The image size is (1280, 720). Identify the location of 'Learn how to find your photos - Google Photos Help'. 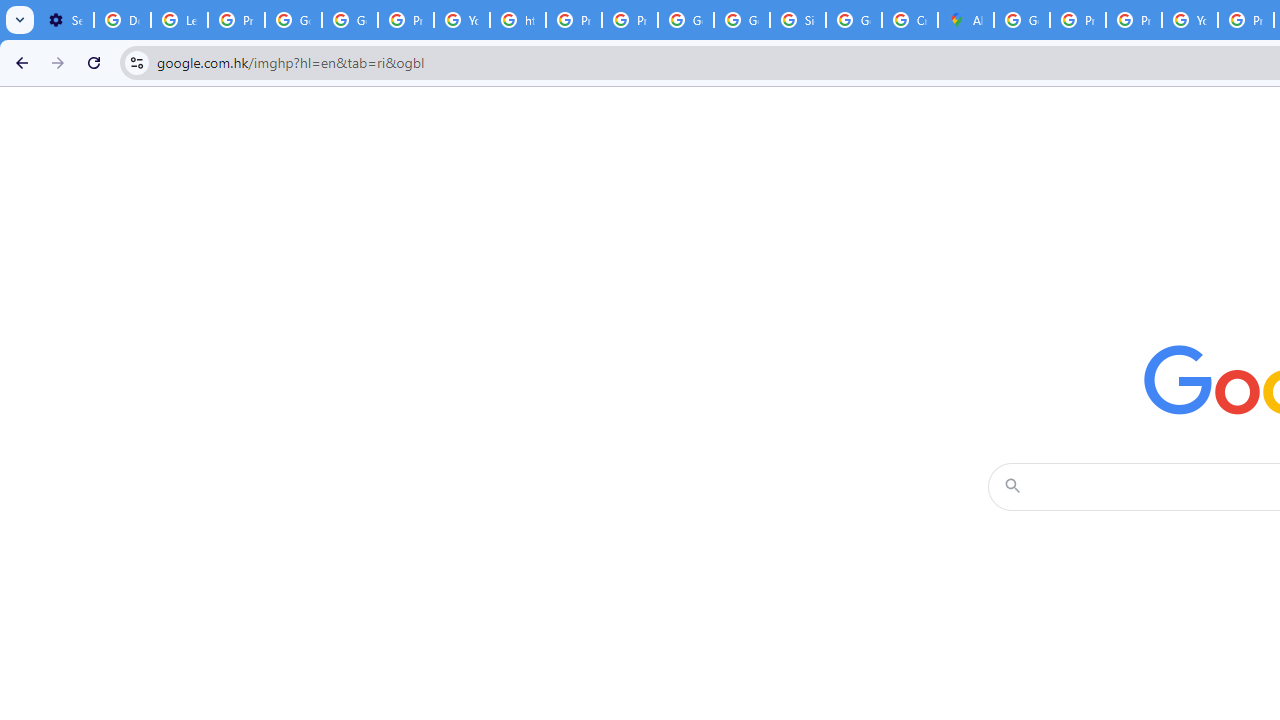
(179, 20).